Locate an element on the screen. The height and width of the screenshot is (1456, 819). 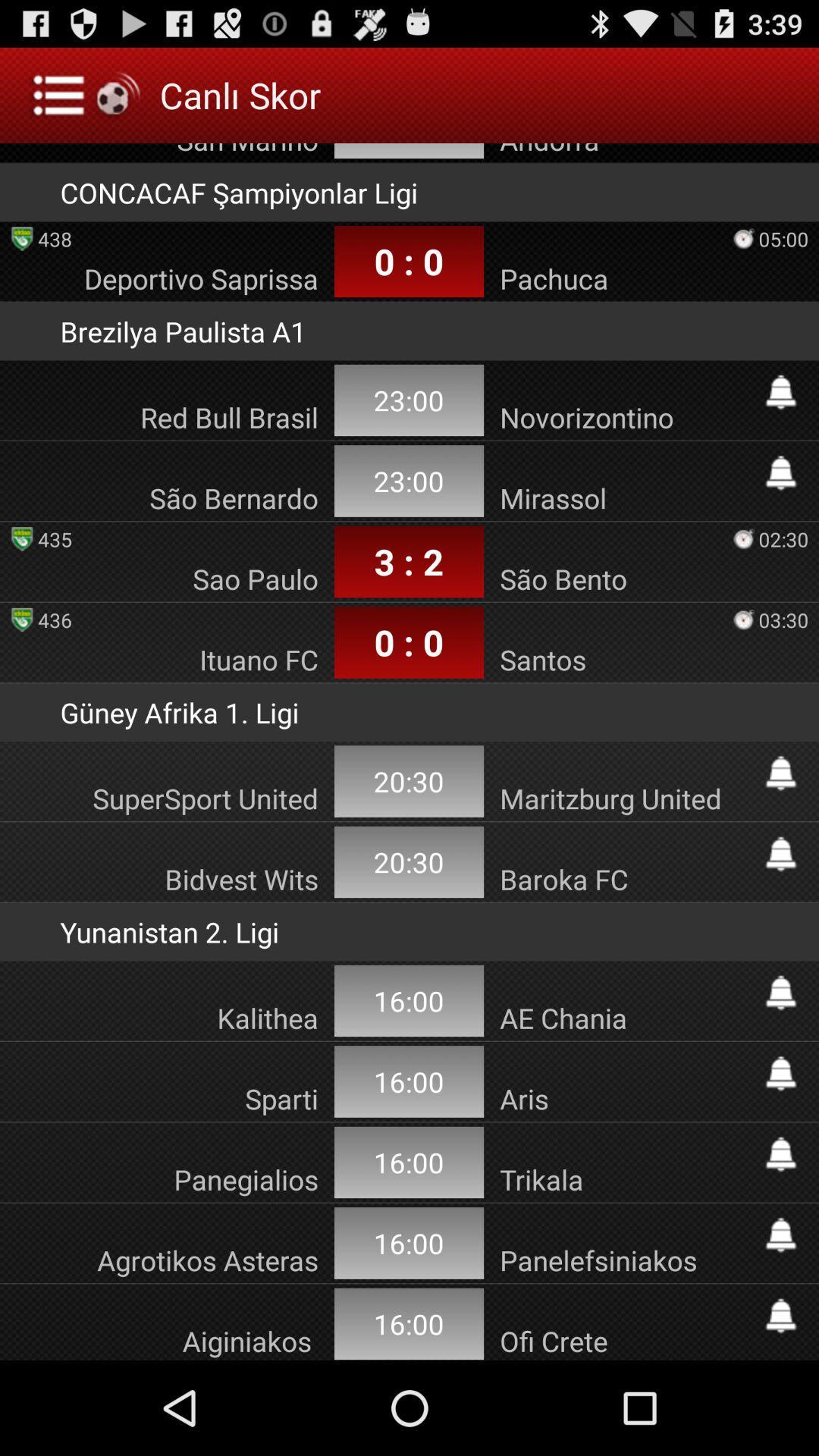
turn on notifications is located at coordinates (780, 1153).